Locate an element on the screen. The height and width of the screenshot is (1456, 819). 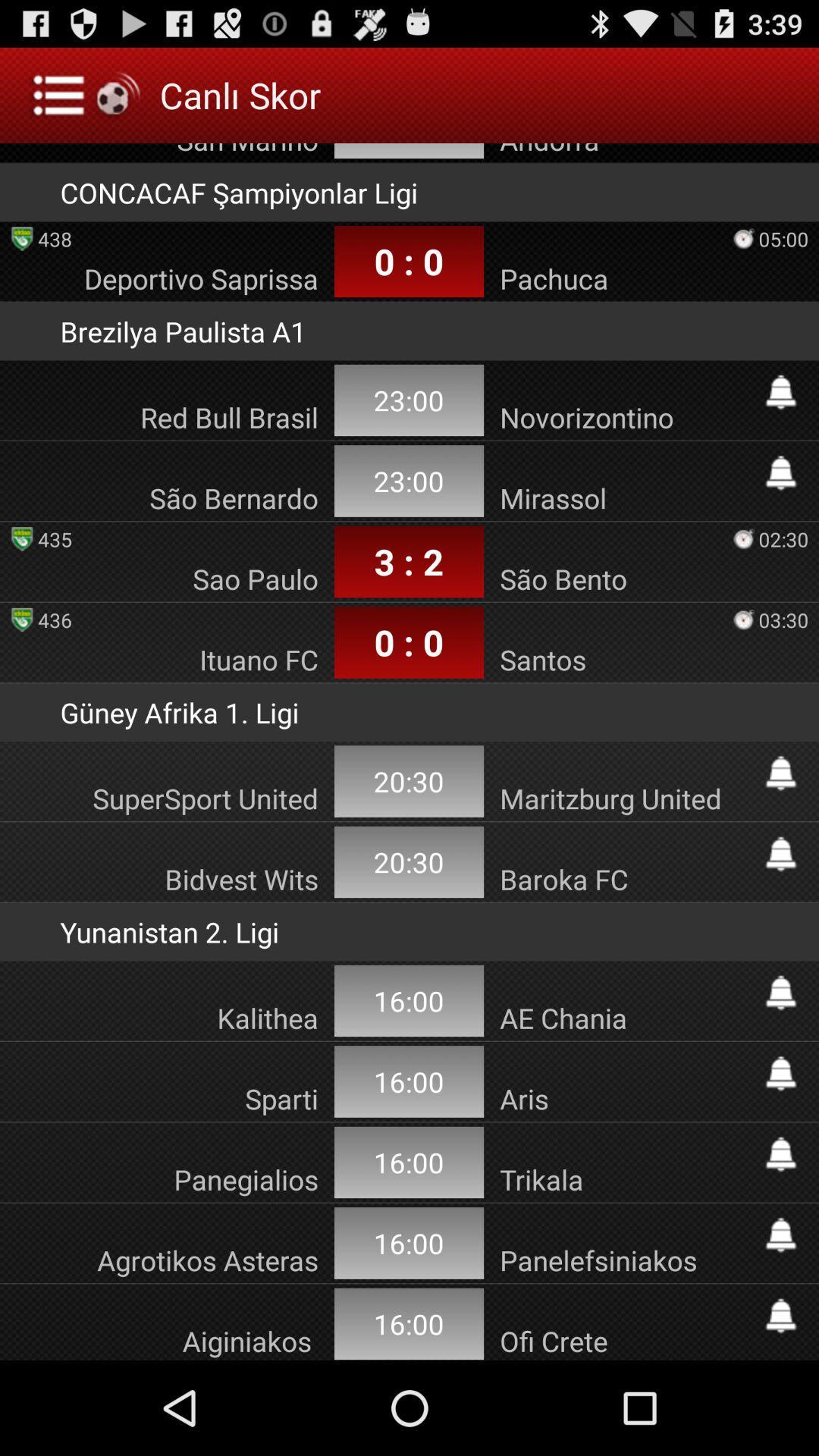
turn on notifications is located at coordinates (780, 1153).